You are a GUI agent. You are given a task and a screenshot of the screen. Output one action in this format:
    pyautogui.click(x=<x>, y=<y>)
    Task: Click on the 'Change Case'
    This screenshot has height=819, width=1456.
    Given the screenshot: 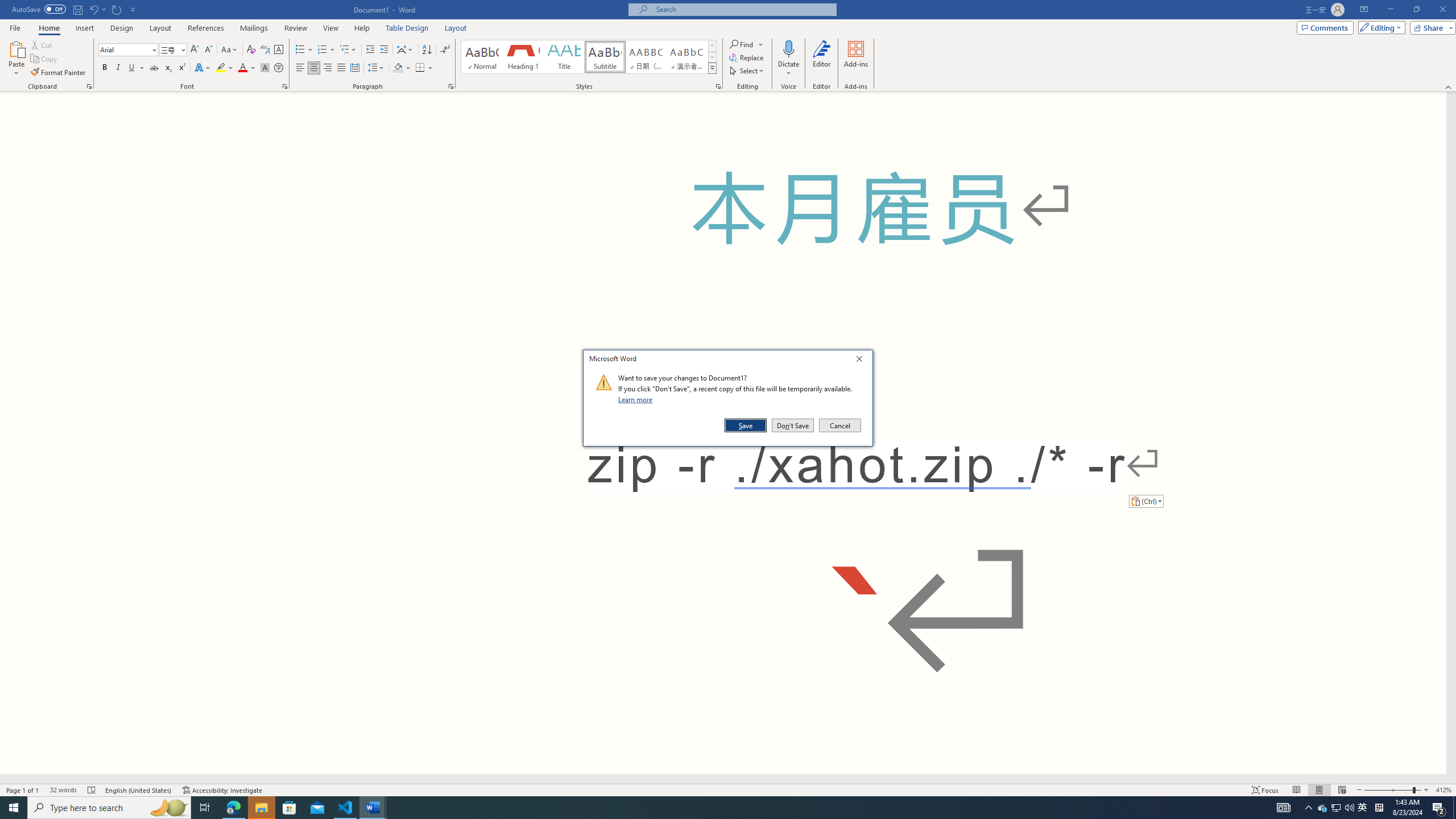 What is the action you would take?
    pyautogui.click(x=229, y=49)
    